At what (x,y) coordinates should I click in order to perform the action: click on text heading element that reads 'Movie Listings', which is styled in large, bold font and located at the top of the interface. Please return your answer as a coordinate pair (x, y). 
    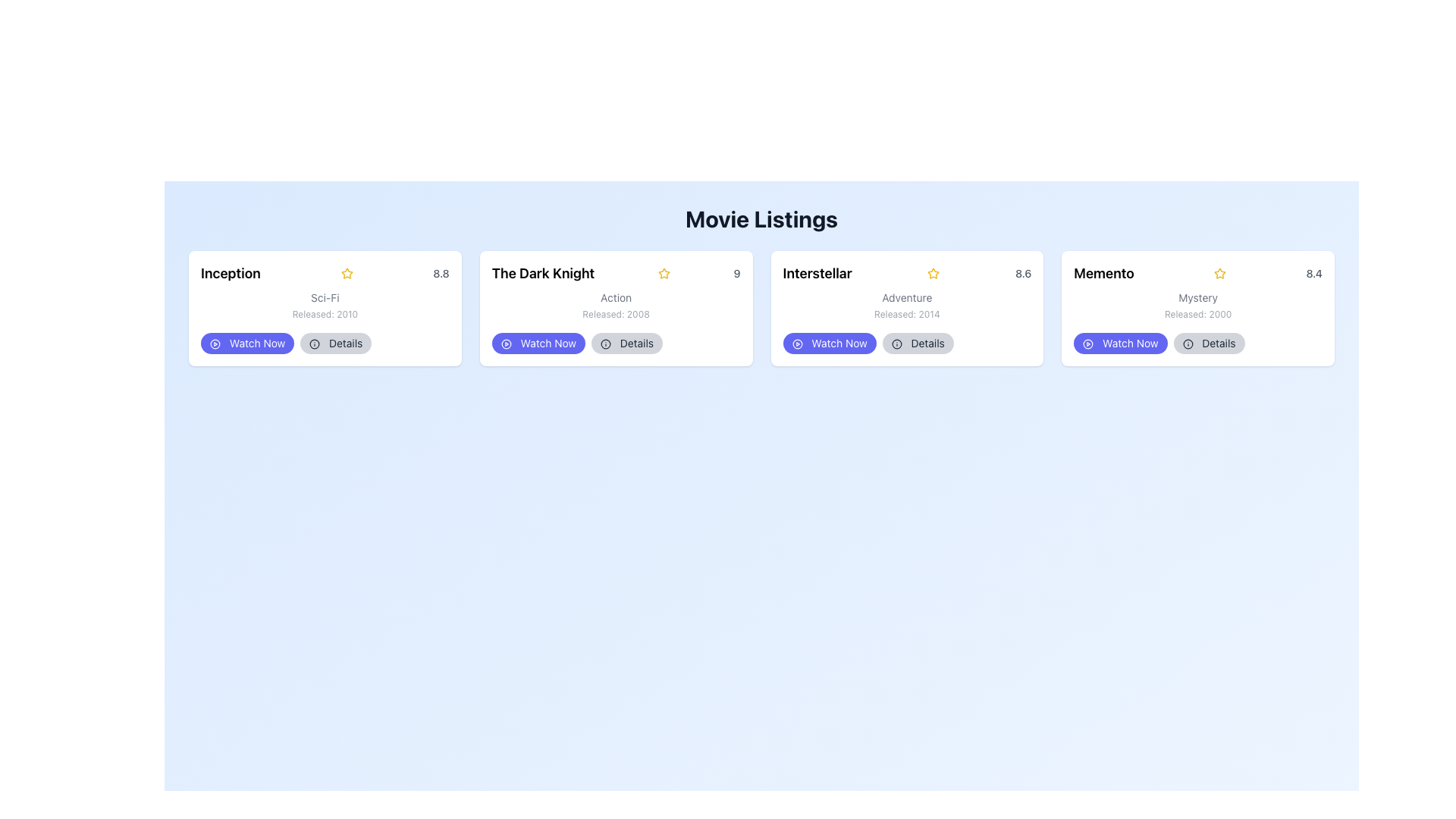
    Looking at the image, I should click on (761, 219).